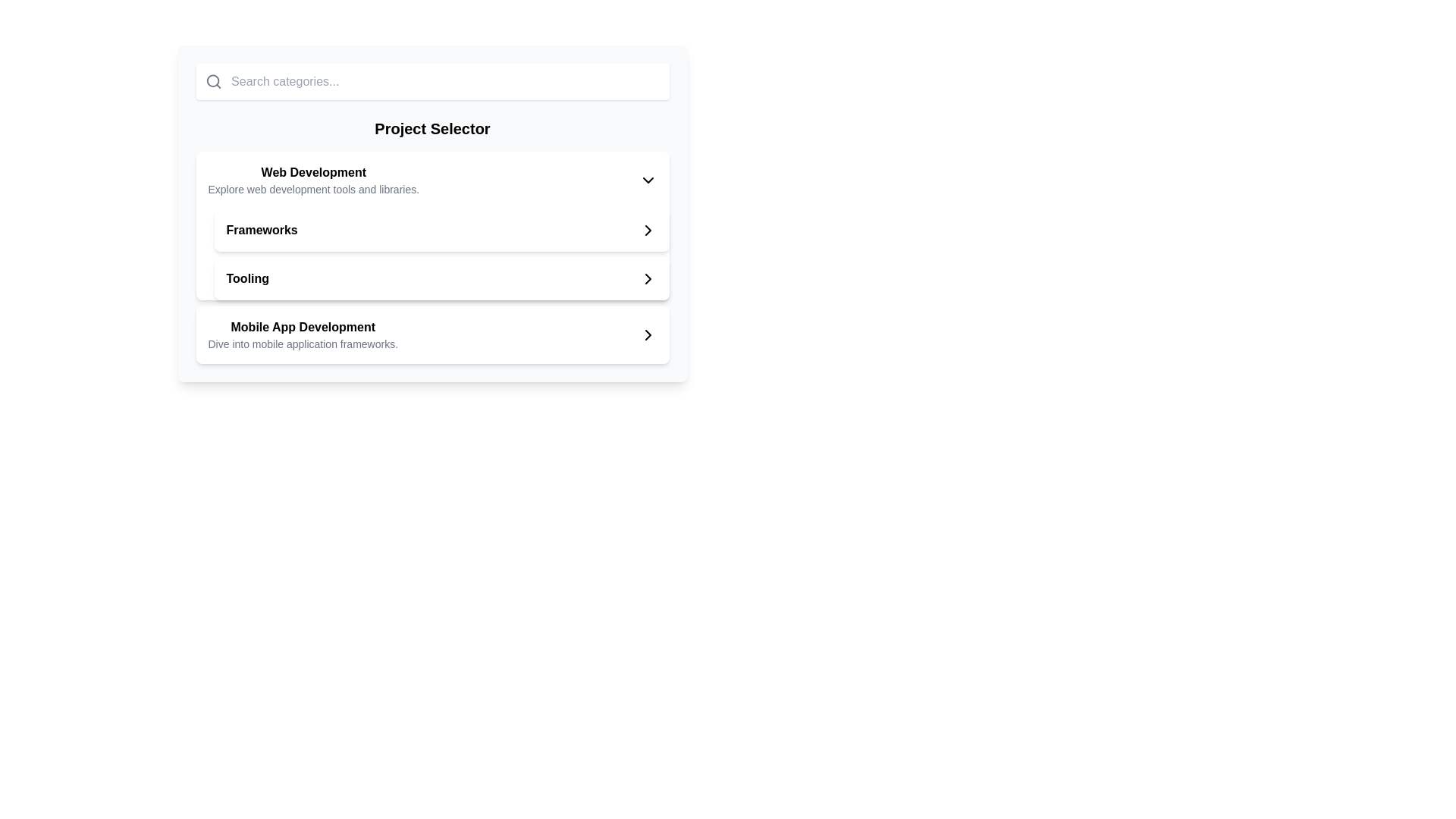  What do you see at coordinates (648, 278) in the screenshot?
I see `the rightward-pointing chevron icon located at the end of the 'Tooling' list item in the 'Project Selector' menu to integrate interaction based on its recognition` at bounding box center [648, 278].